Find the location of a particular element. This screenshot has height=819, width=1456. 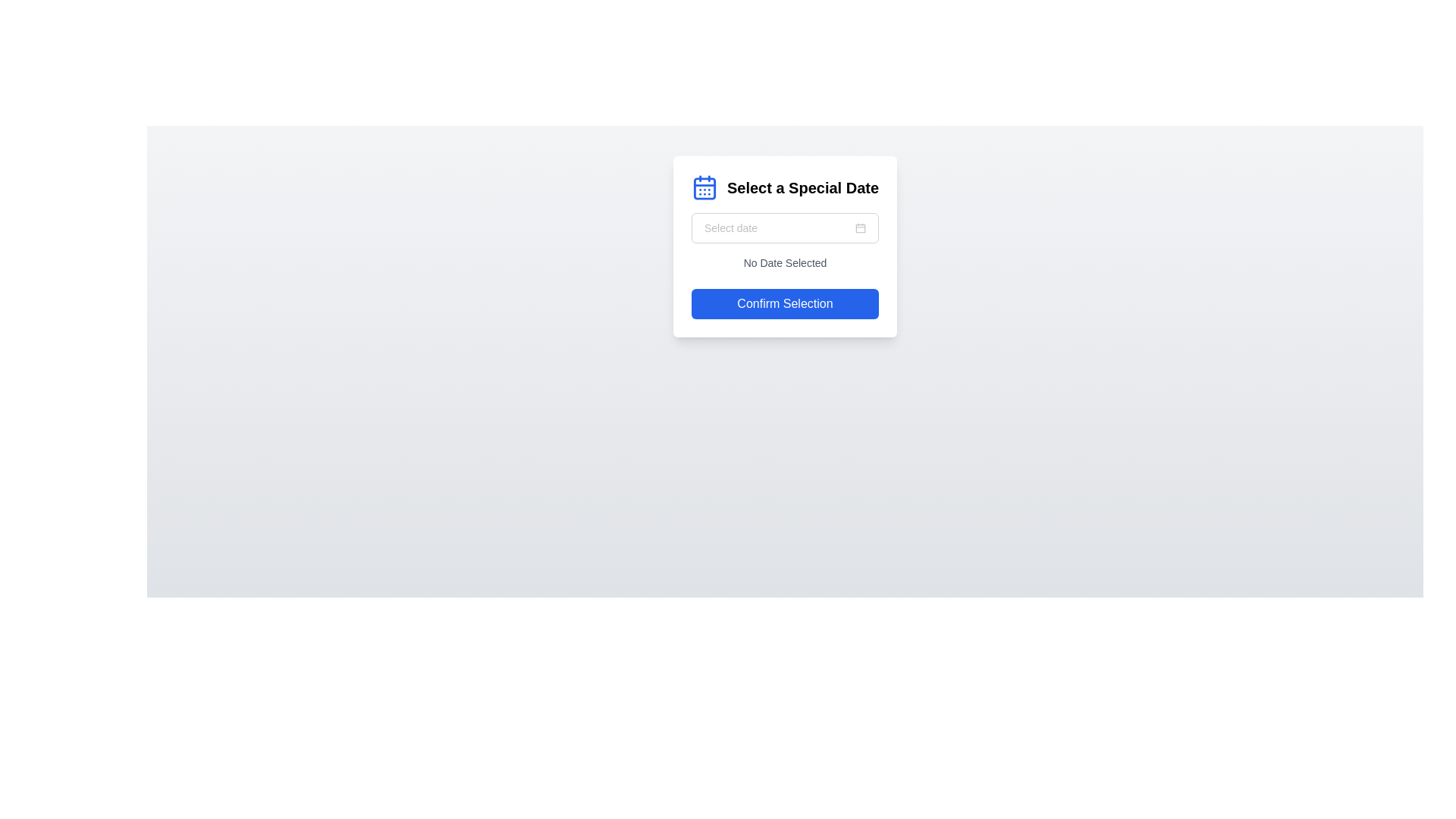

the 'Confirm Selection' button located at the bottom of the card-like panel is located at coordinates (785, 304).